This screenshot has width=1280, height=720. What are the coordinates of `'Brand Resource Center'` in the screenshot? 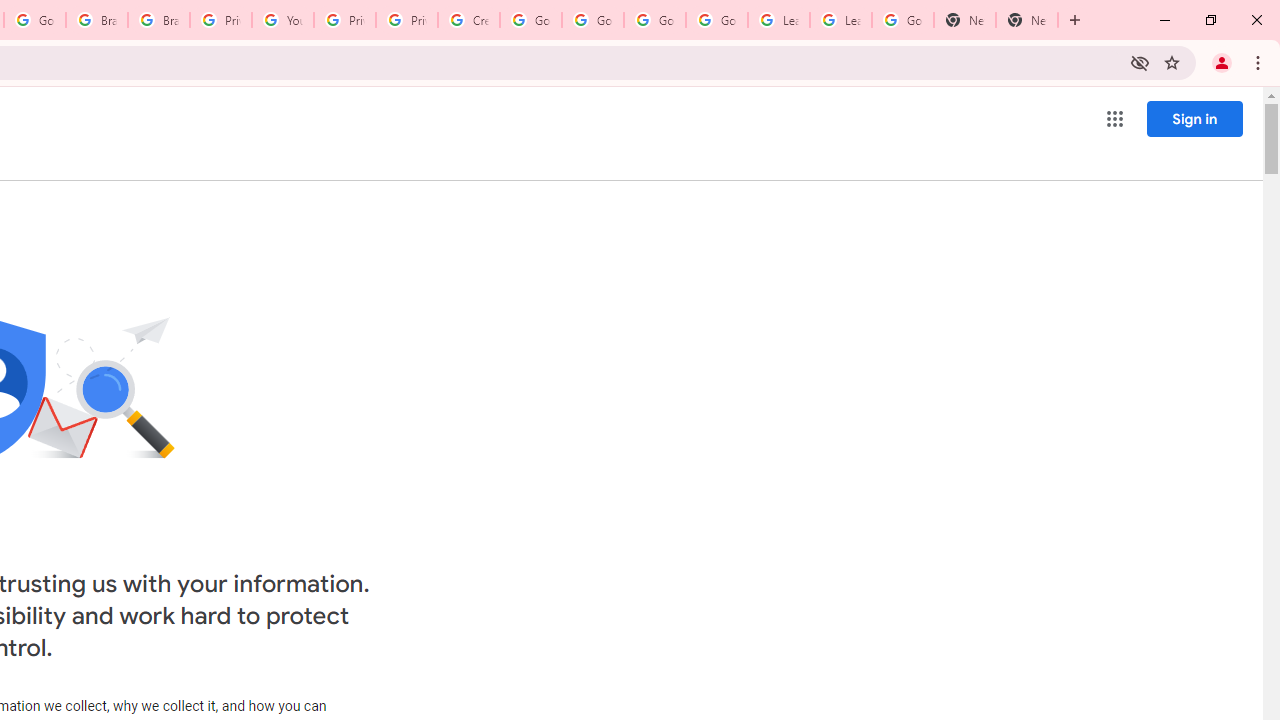 It's located at (157, 20).